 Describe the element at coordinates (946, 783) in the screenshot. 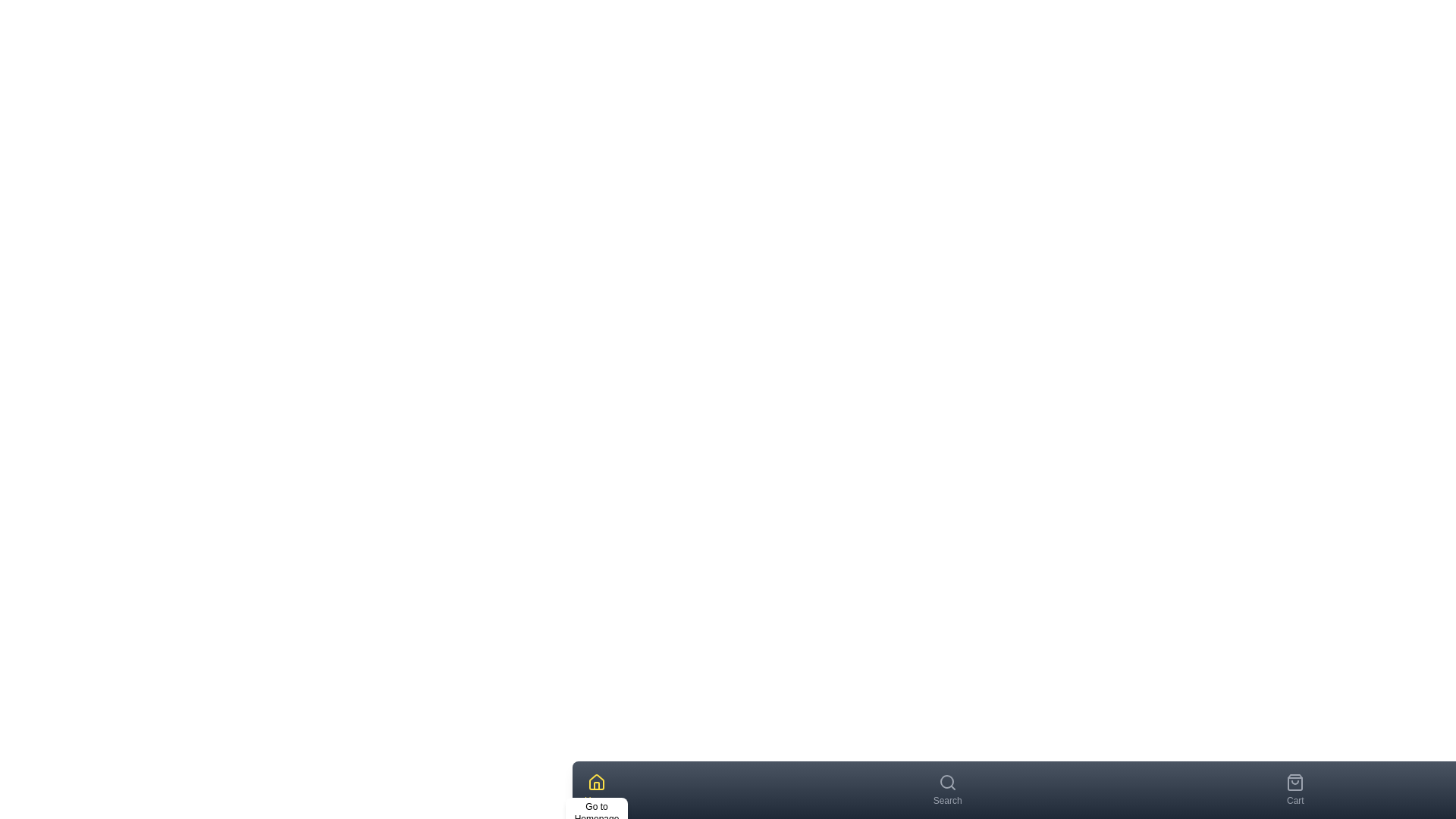

I see `the icon corresponding to Search to view its tooltip` at that location.